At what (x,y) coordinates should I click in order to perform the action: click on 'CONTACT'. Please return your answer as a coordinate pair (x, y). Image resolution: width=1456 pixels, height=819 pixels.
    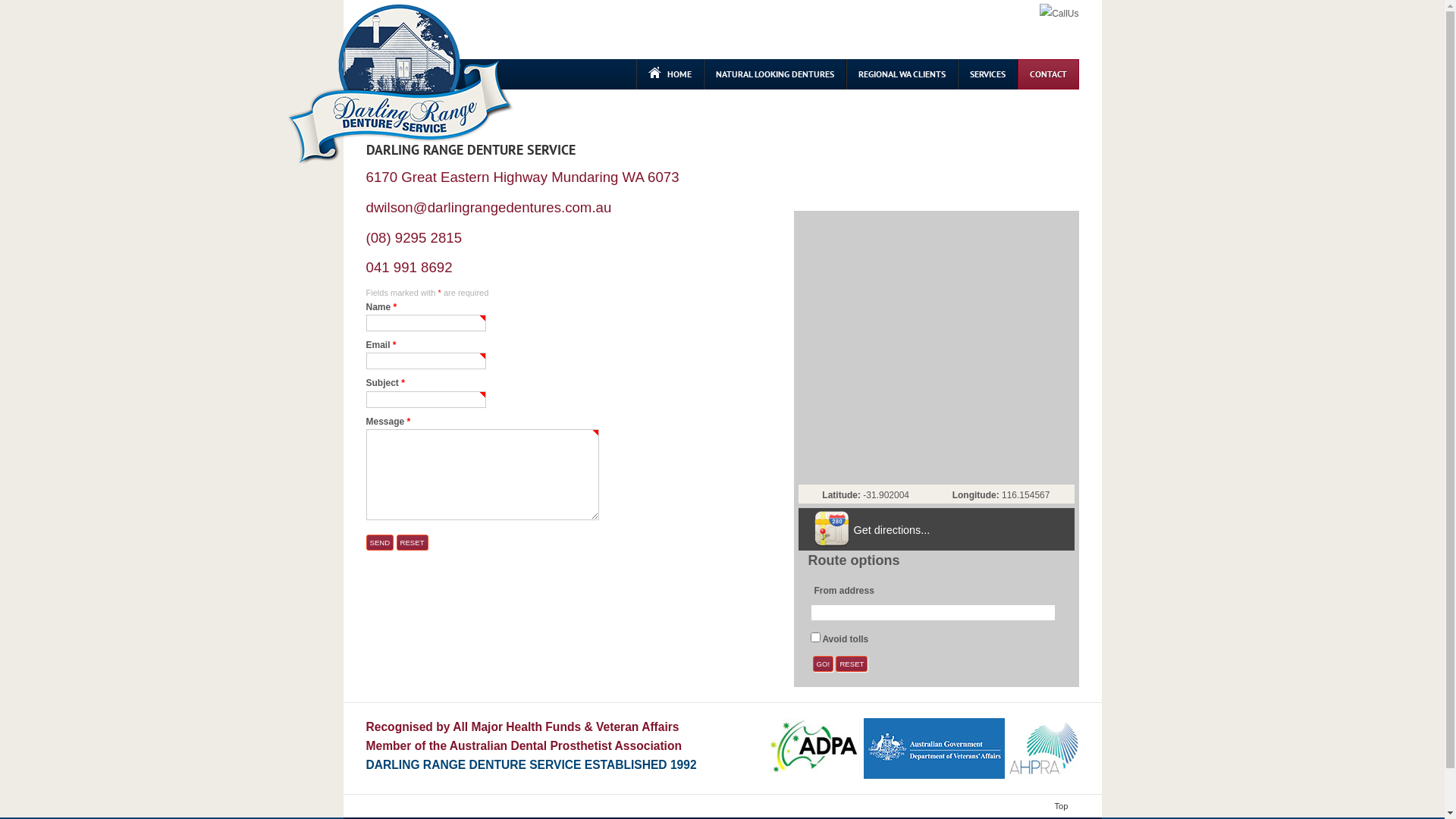
    Looking at the image, I should click on (1018, 74).